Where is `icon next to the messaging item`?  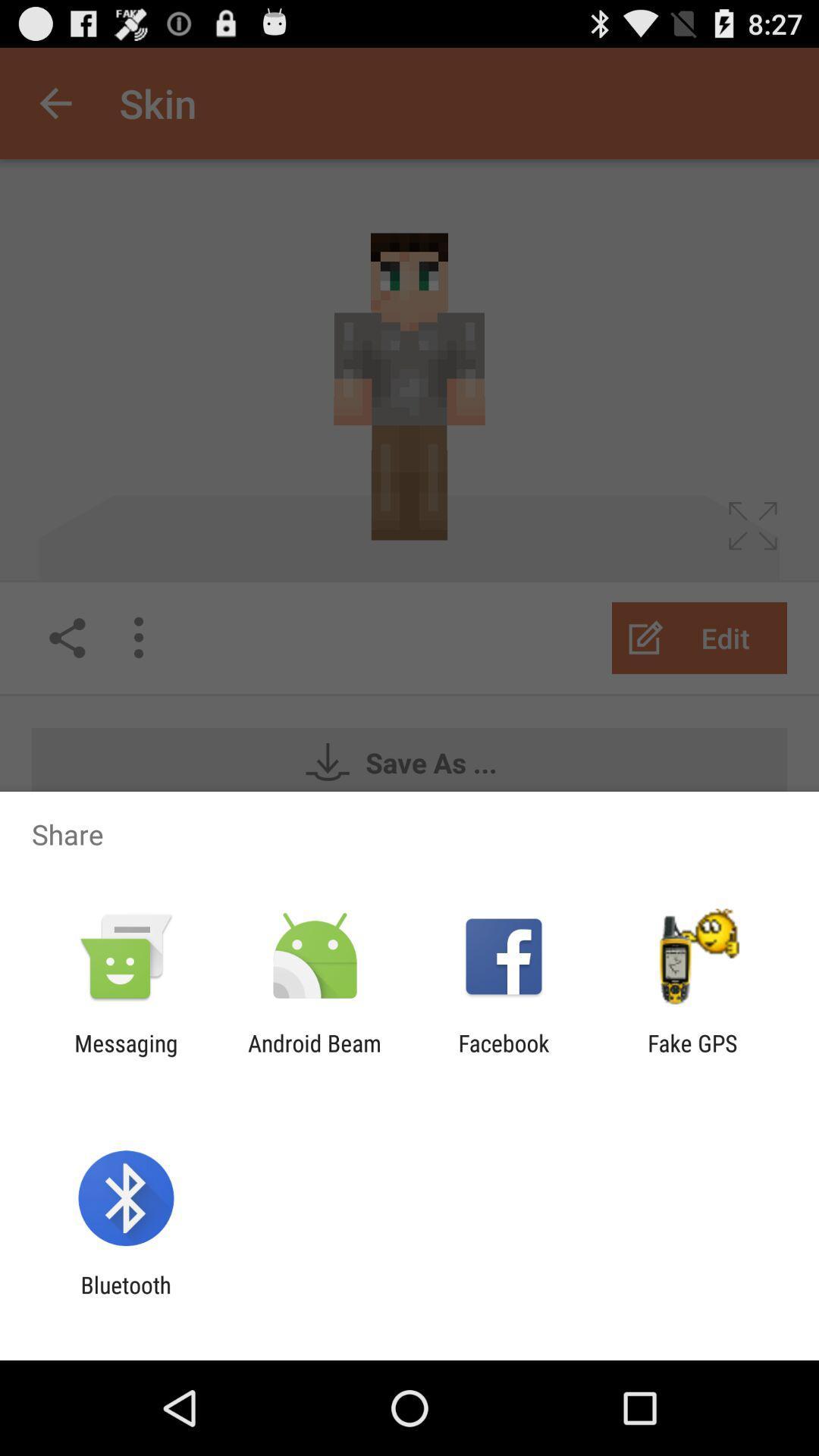 icon next to the messaging item is located at coordinates (314, 1056).